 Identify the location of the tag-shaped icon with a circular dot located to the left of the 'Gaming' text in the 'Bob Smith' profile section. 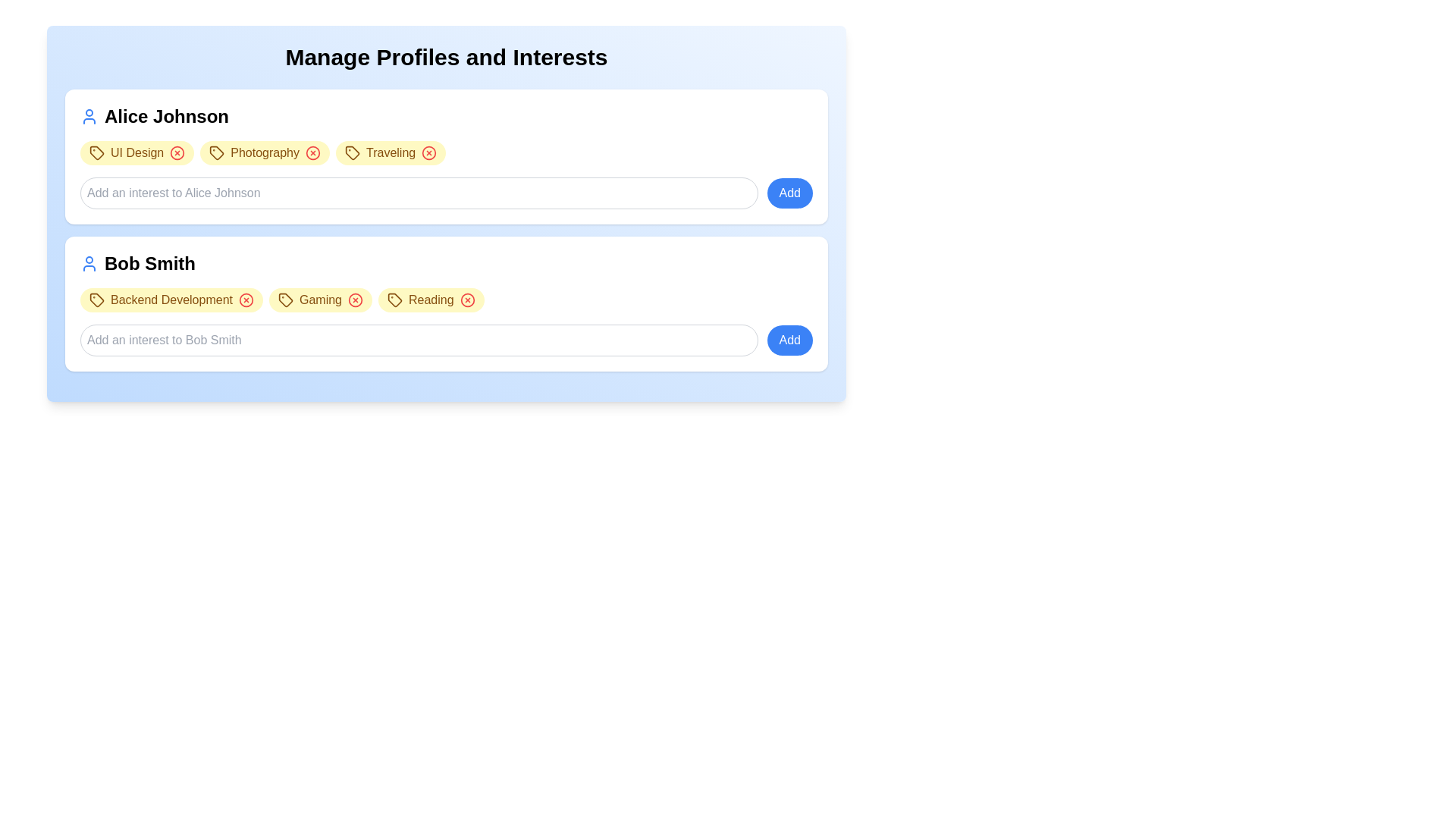
(285, 300).